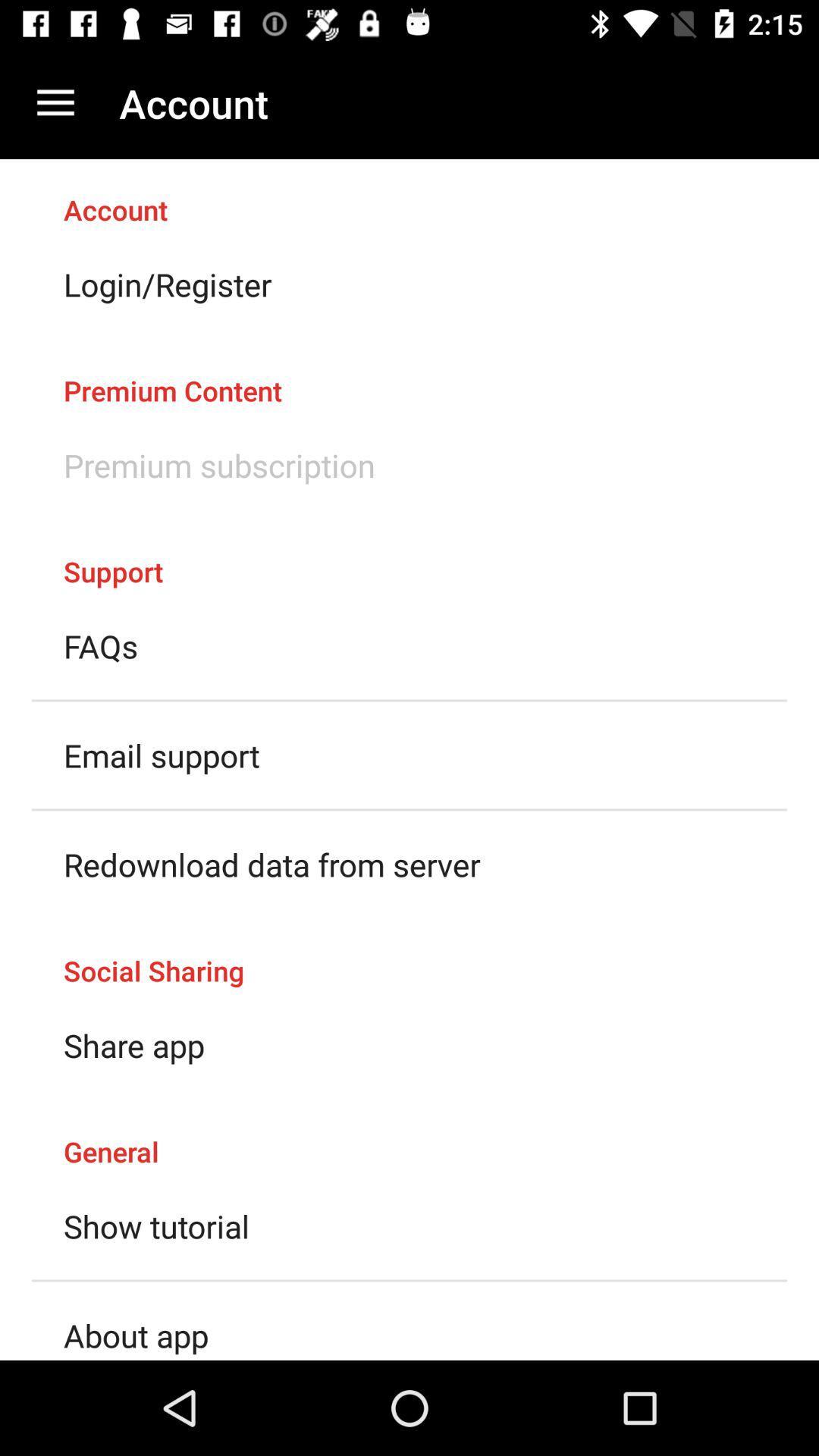 This screenshot has height=1456, width=819. What do you see at coordinates (133, 1044) in the screenshot?
I see `the share app` at bounding box center [133, 1044].